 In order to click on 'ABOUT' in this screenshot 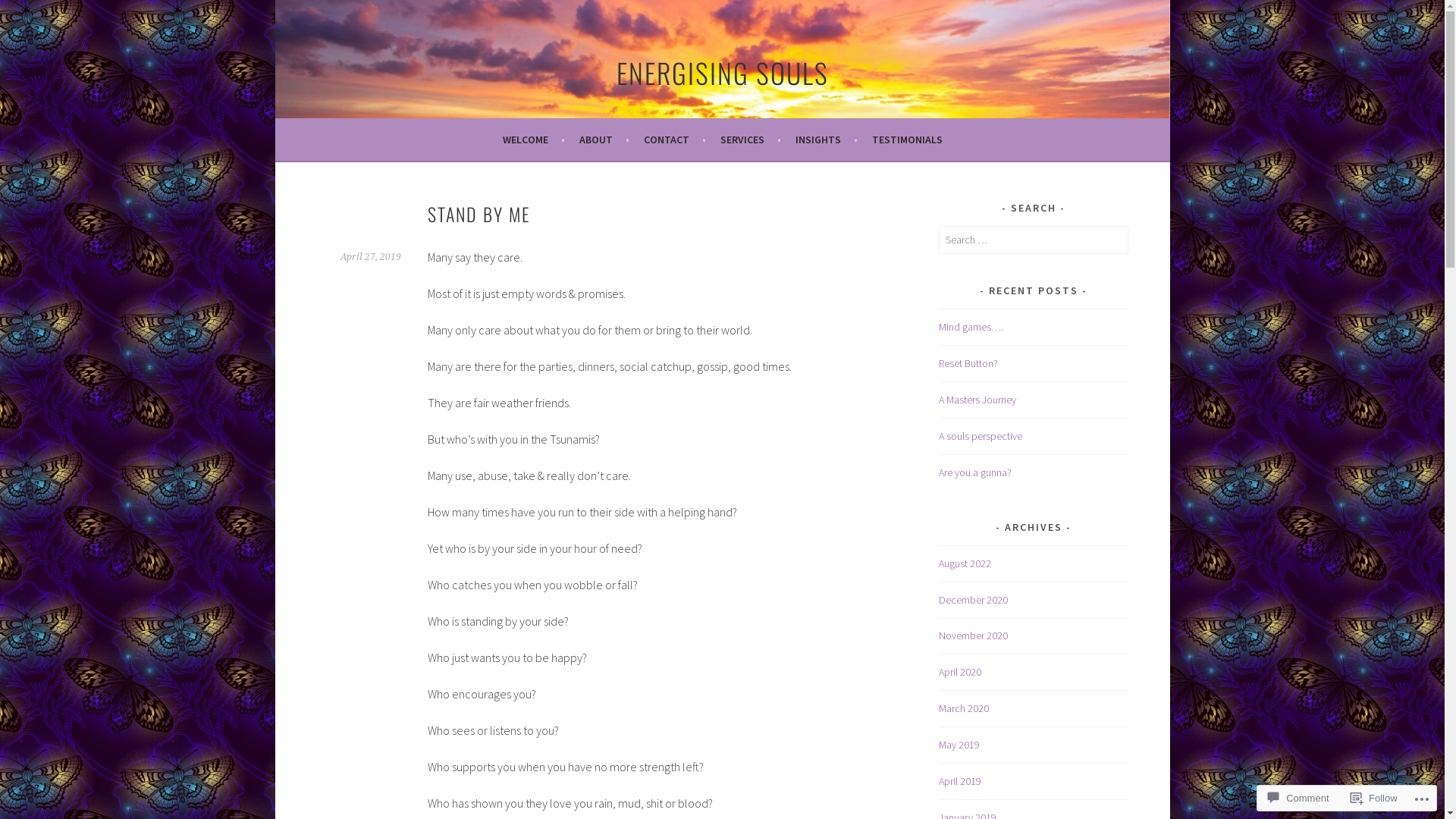, I will do `click(603, 140)`.